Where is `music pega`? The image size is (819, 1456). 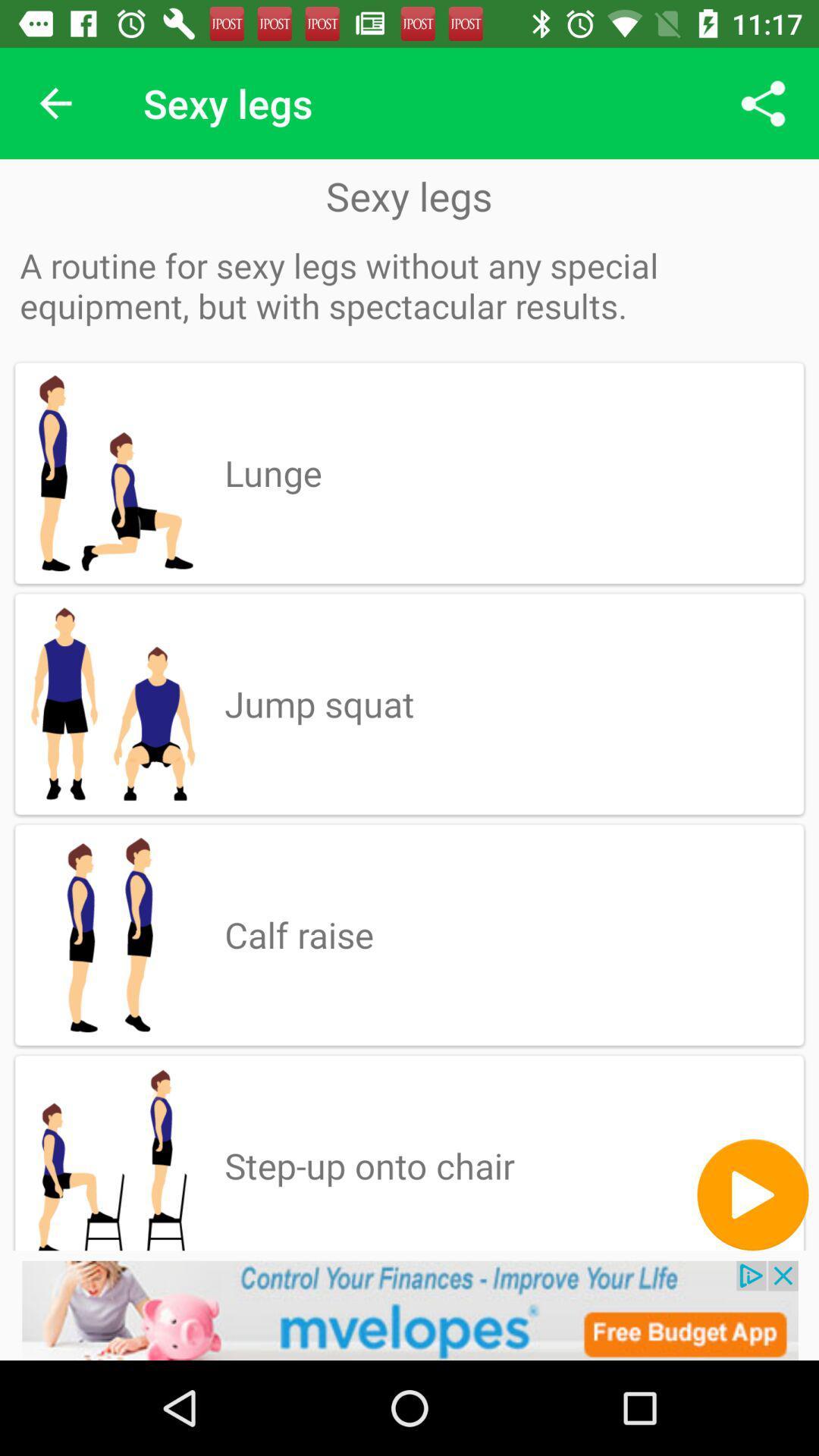
music pega is located at coordinates (752, 1194).